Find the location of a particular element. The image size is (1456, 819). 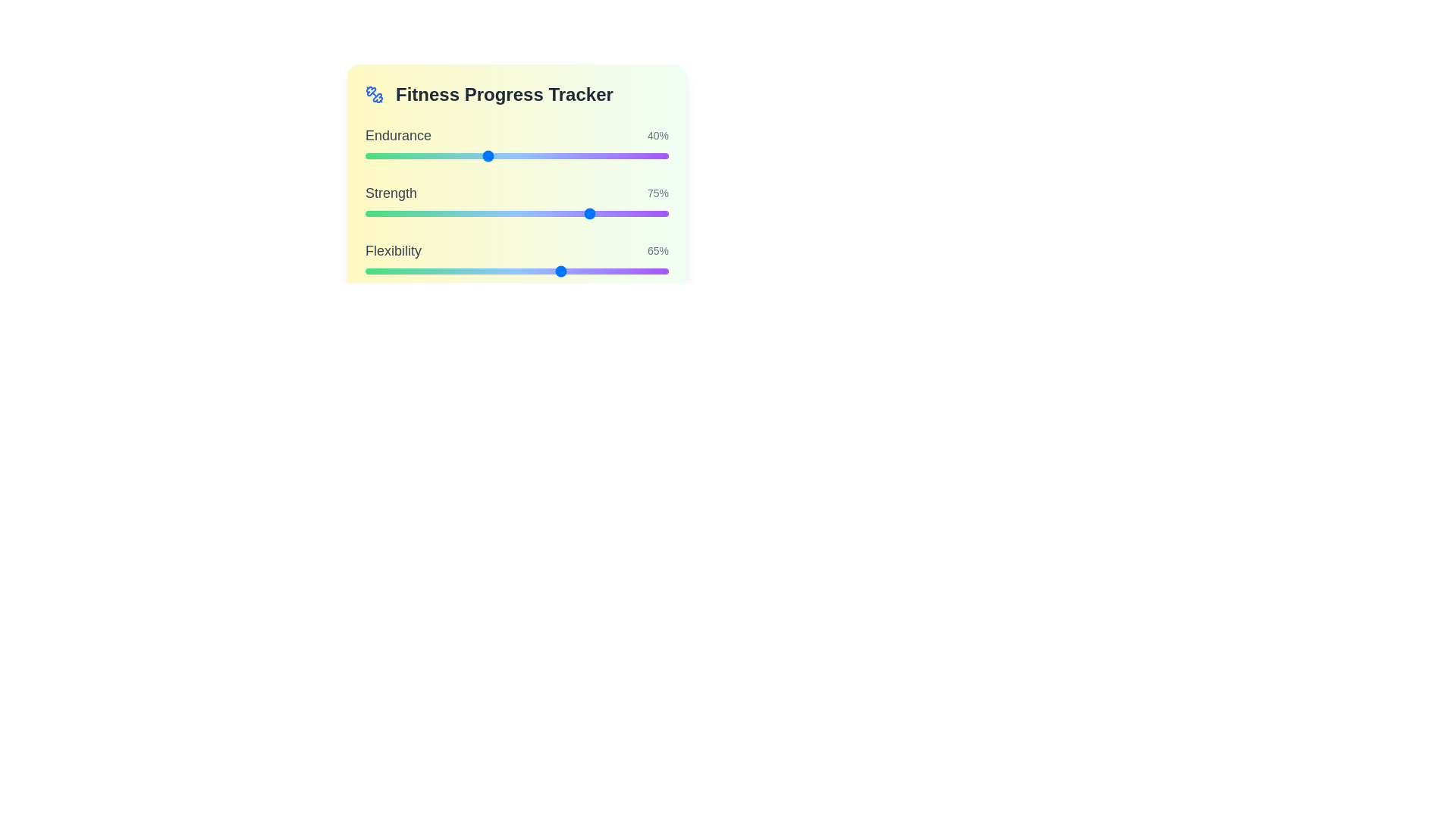

flexibility percentage is located at coordinates (492, 271).